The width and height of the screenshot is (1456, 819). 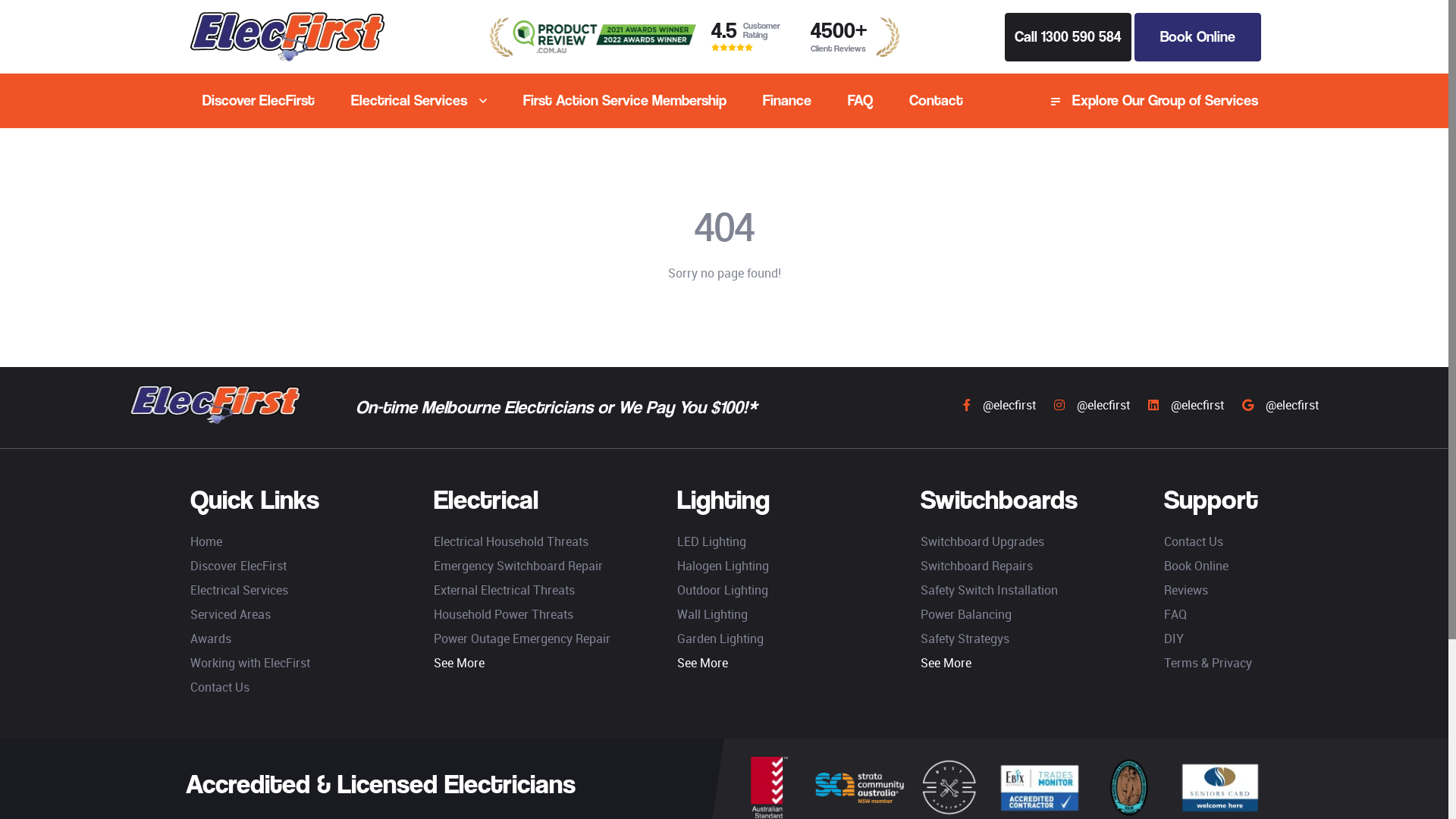 What do you see at coordinates (711, 540) in the screenshot?
I see `'LED Lighting'` at bounding box center [711, 540].